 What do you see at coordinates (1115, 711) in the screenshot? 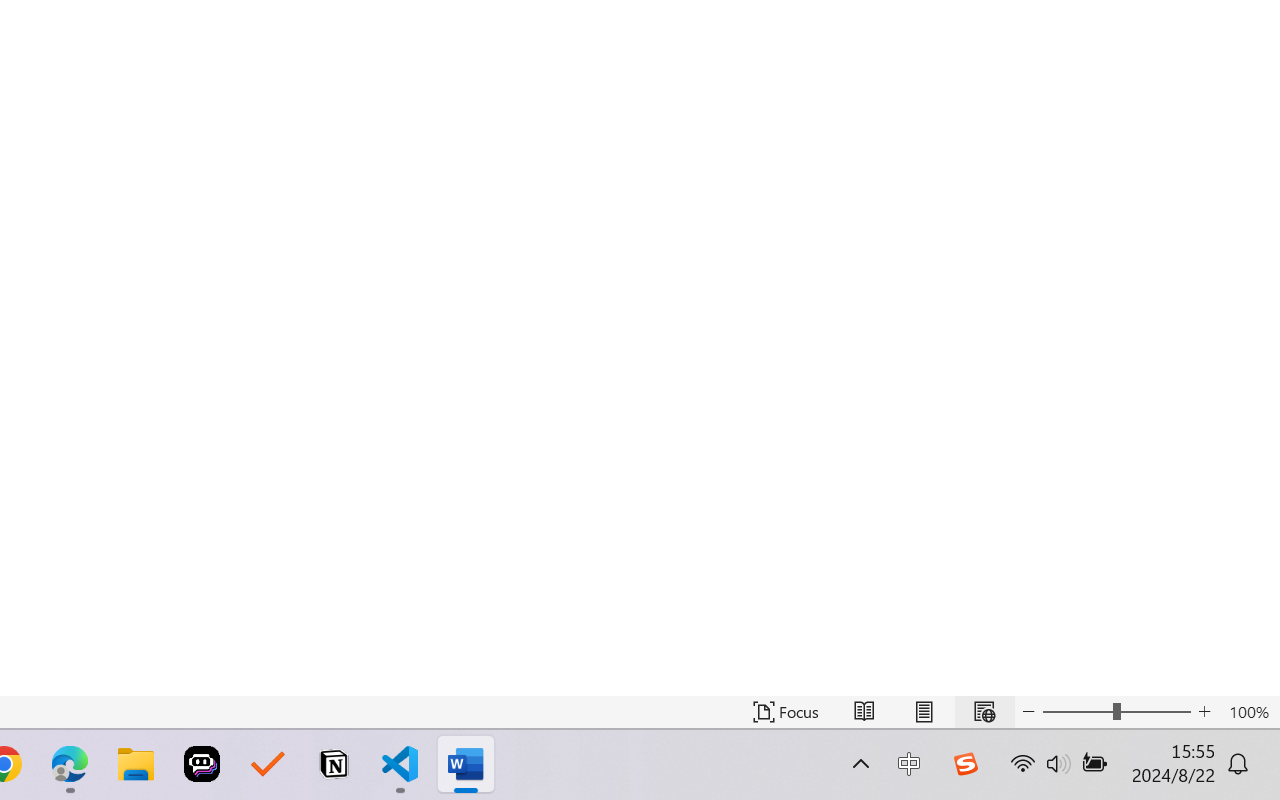
I see `'Zoom'` at bounding box center [1115, 711].